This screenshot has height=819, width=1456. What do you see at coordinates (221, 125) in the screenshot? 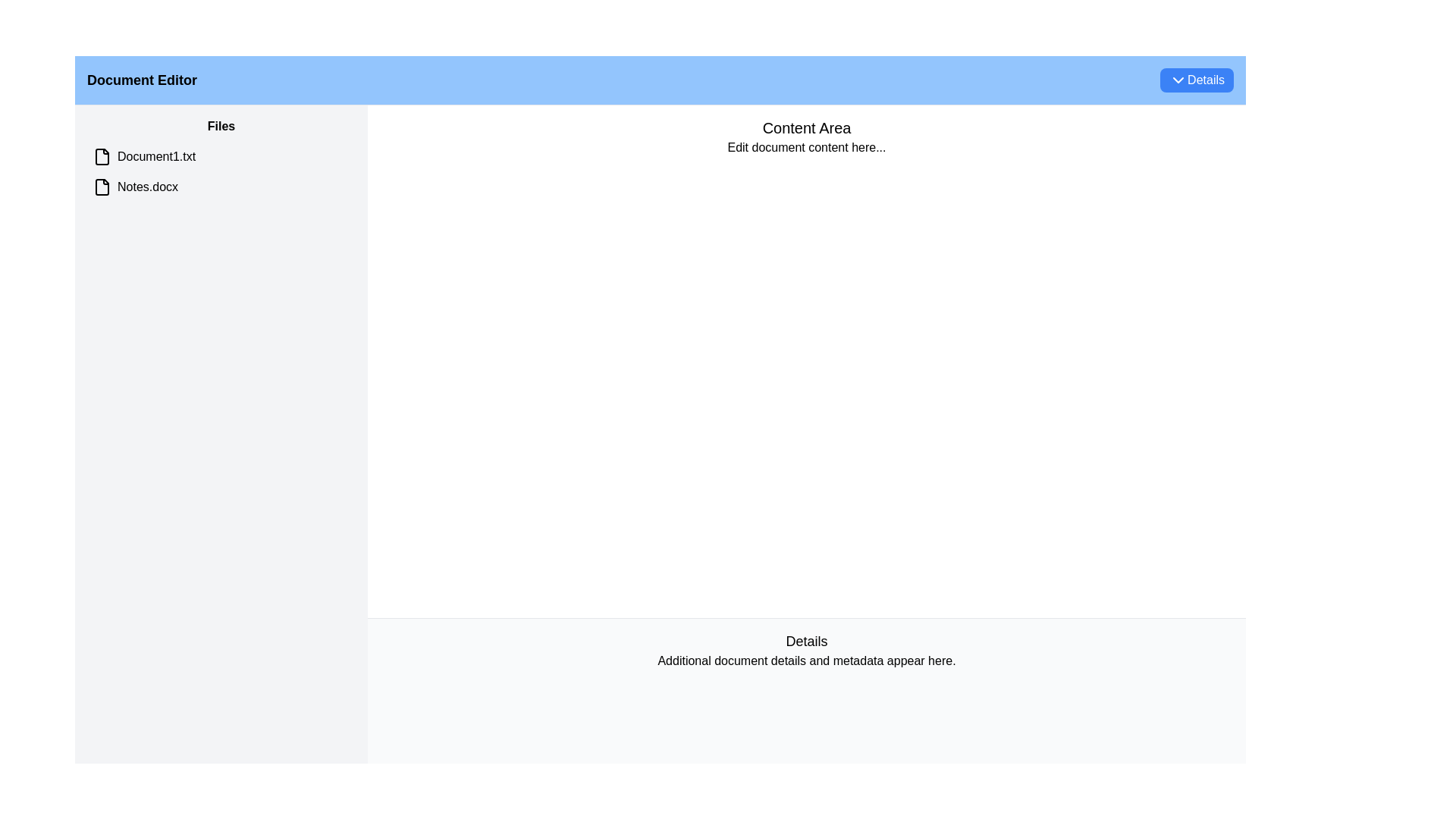
I see `heading of the text label that says 'Files', which is styled in bold and located at the top of the sidebar on the left side of the interface` at bounding box center [221, 125].